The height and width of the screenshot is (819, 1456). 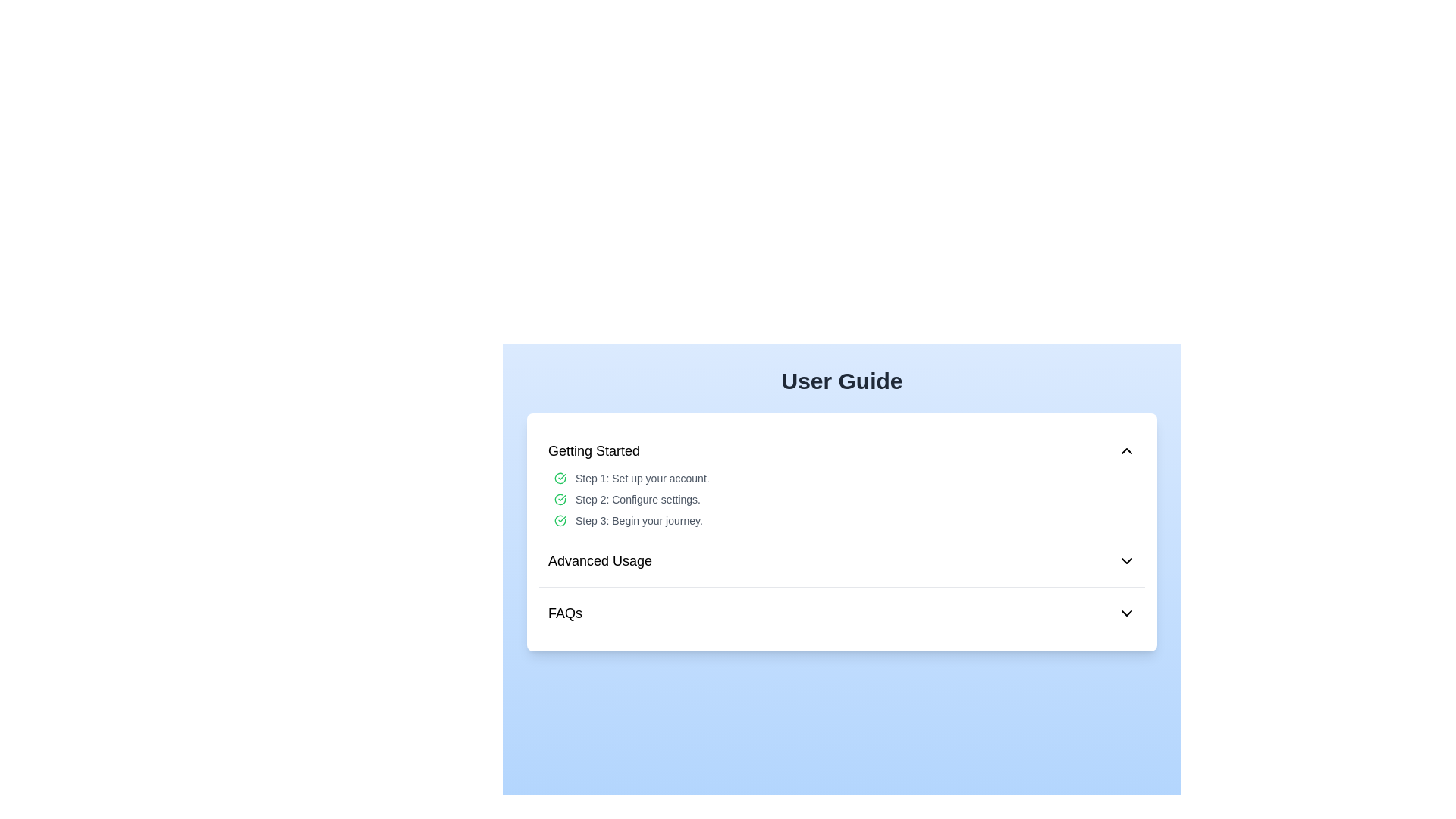 I want to click on the Text label that serves as a title or label for a section of the user guide, positioned under the 'Getting Started' heading and above the 'FAQs' section, so click(x=599, y=561).